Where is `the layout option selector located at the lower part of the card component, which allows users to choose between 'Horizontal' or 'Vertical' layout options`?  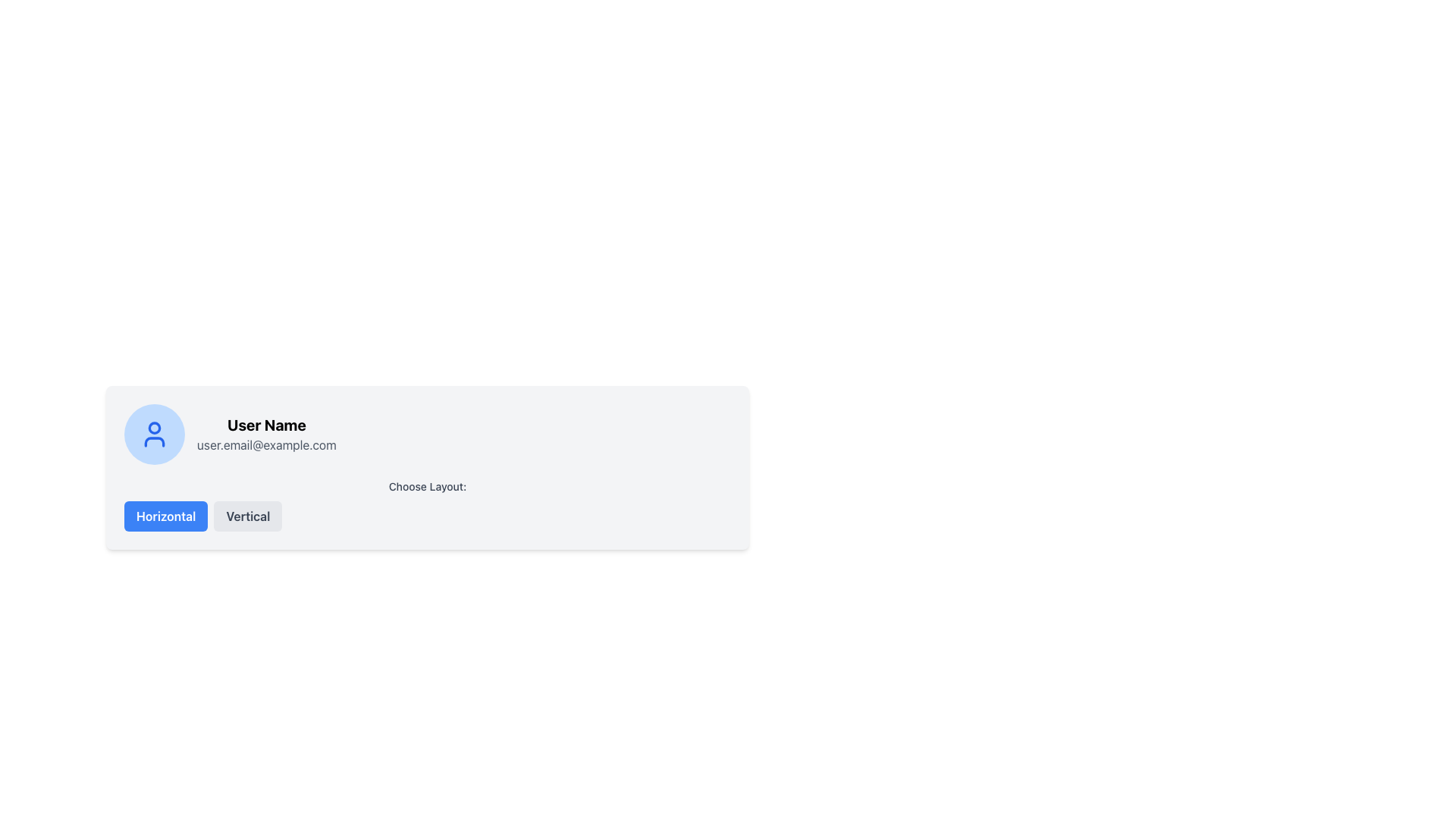
the layout option selector located at the lower part of the card component, which allows users to choose between 'Horizontal' or 'Vertical' layout options is located at coordinates (427, 504).